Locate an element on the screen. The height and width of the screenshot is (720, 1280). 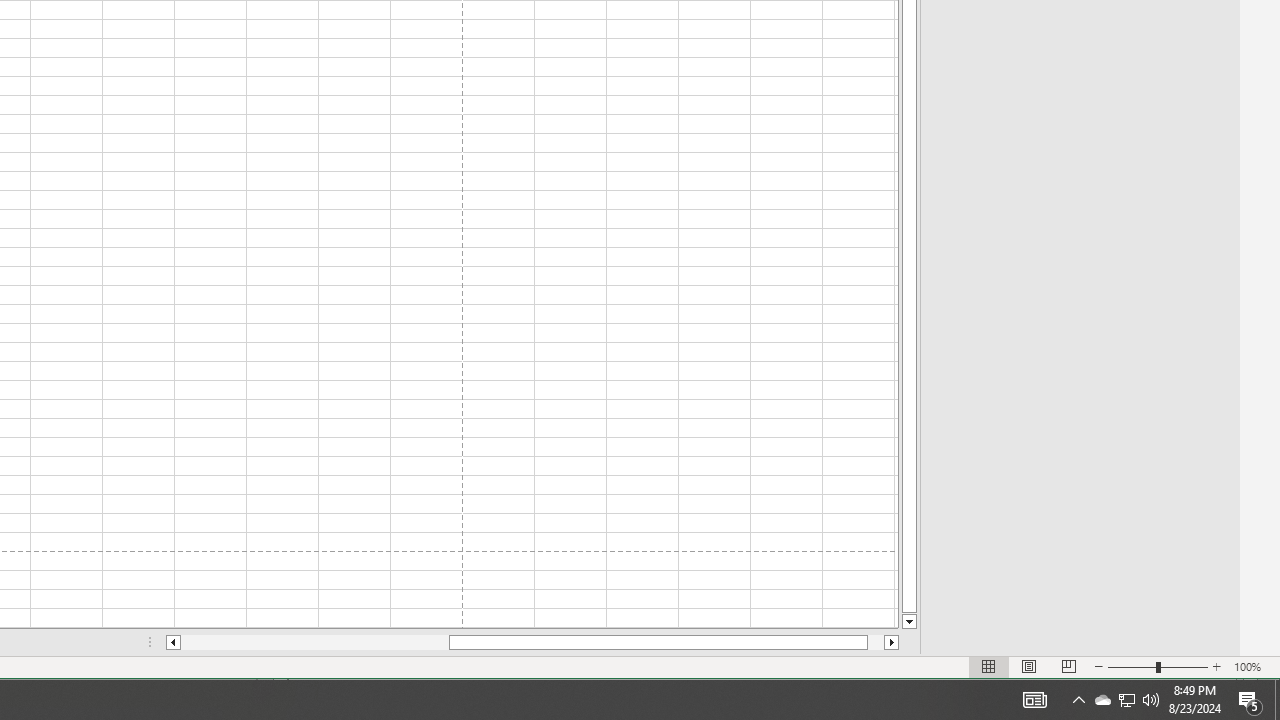
'User Promoted Notification Area' is located at coordinates (1078, 698).